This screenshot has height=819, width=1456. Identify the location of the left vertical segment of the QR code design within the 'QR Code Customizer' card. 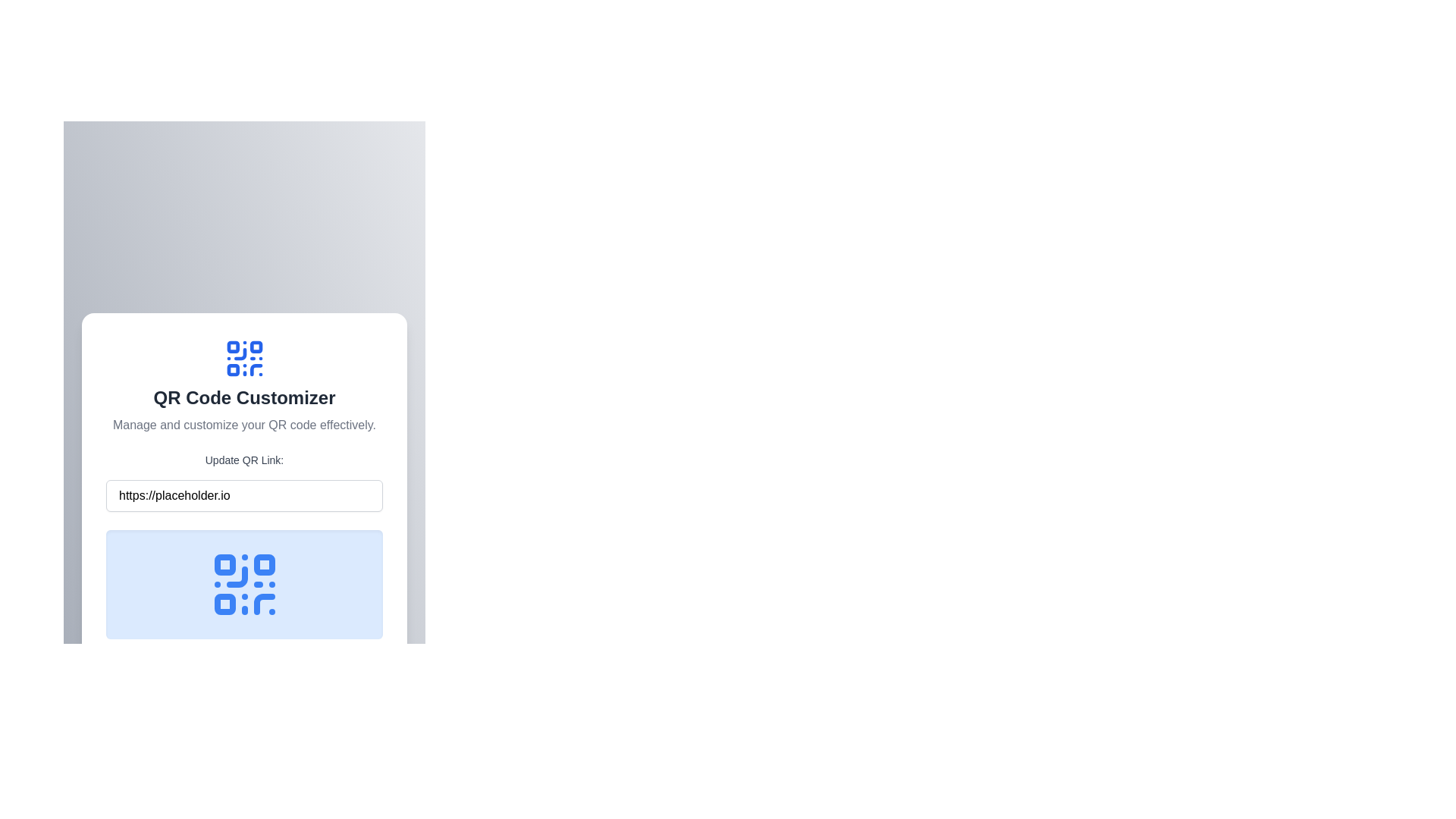
(239, 354).